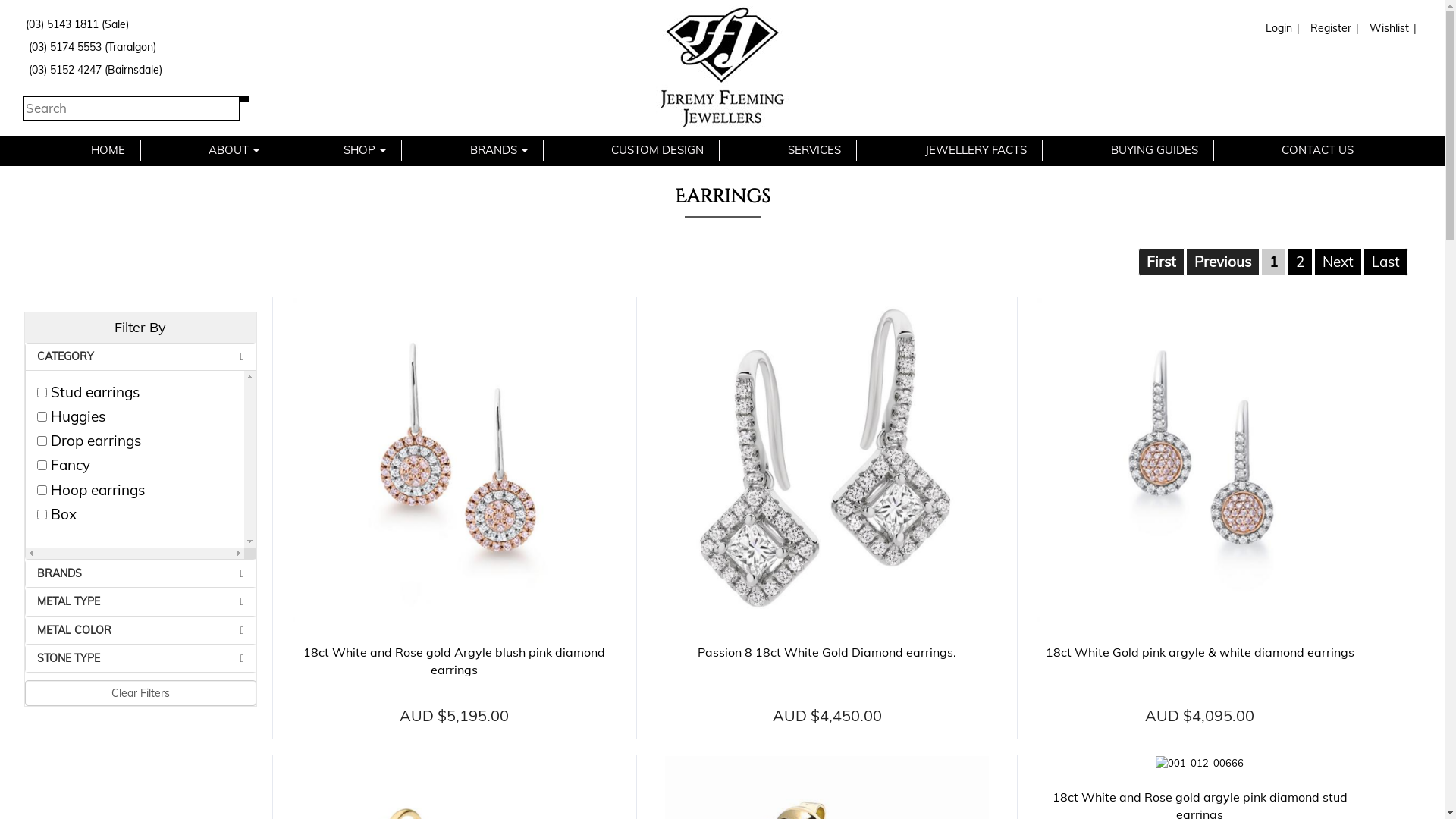  Describe the element at coordinates (140, 693) in the screenshot. I see `'Clear Filters'` at that location.